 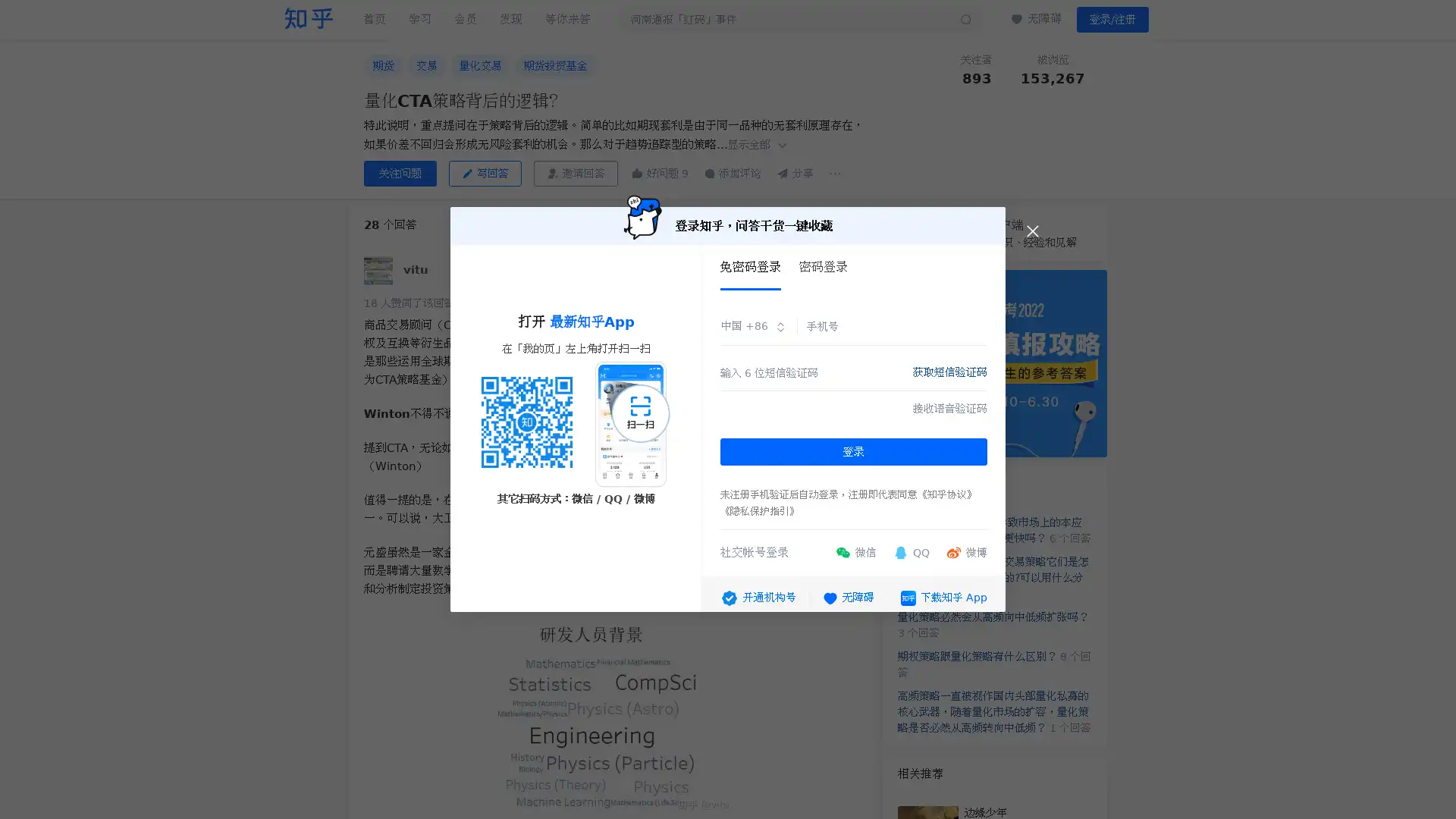 What do you see at coordinates (1147, 58) in the screenshot?
I see `/` at bounding box center [1147, 58].